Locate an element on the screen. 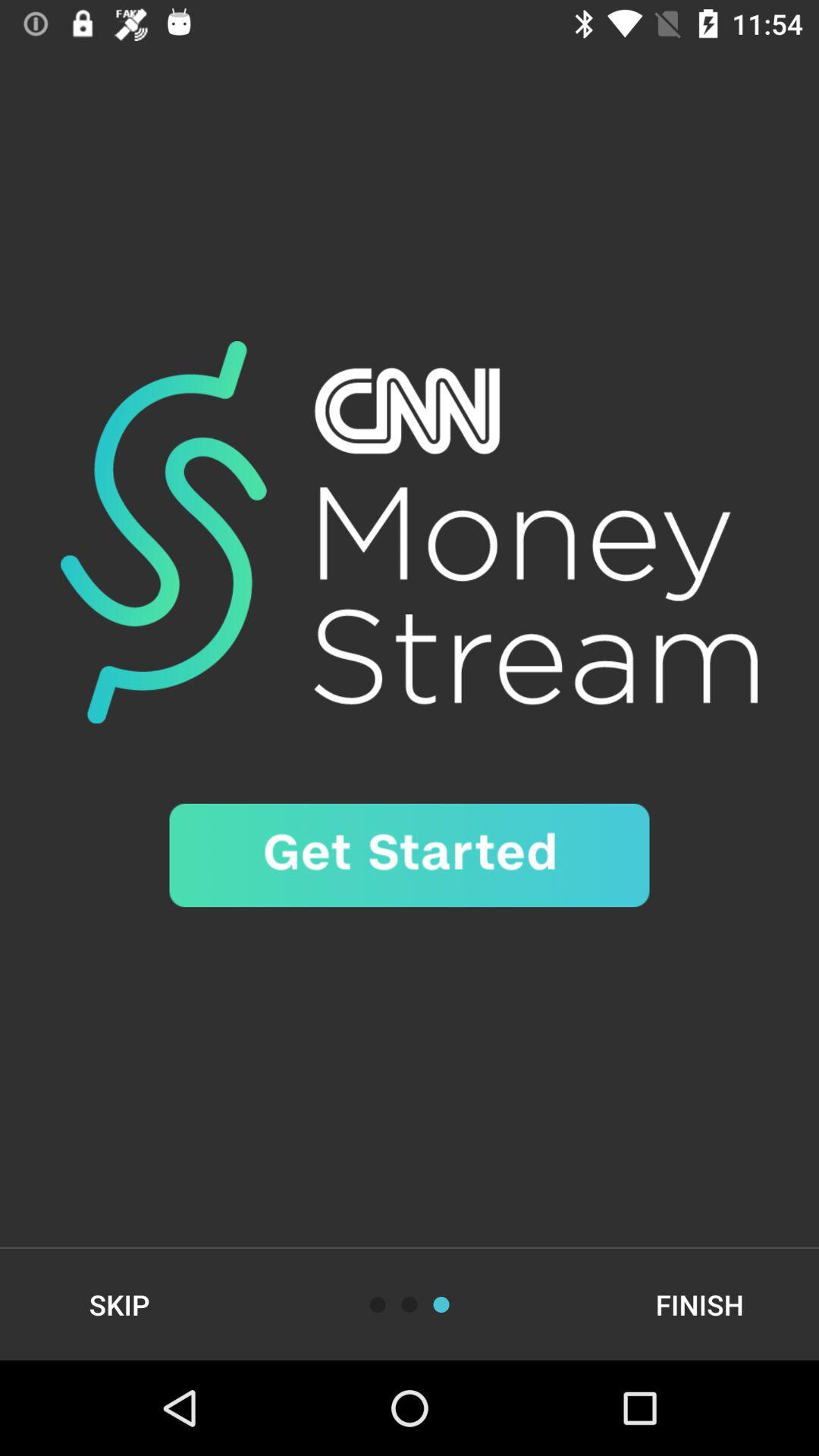 The image size is (819, 1456). loading is located at coordinates (441, 1304).